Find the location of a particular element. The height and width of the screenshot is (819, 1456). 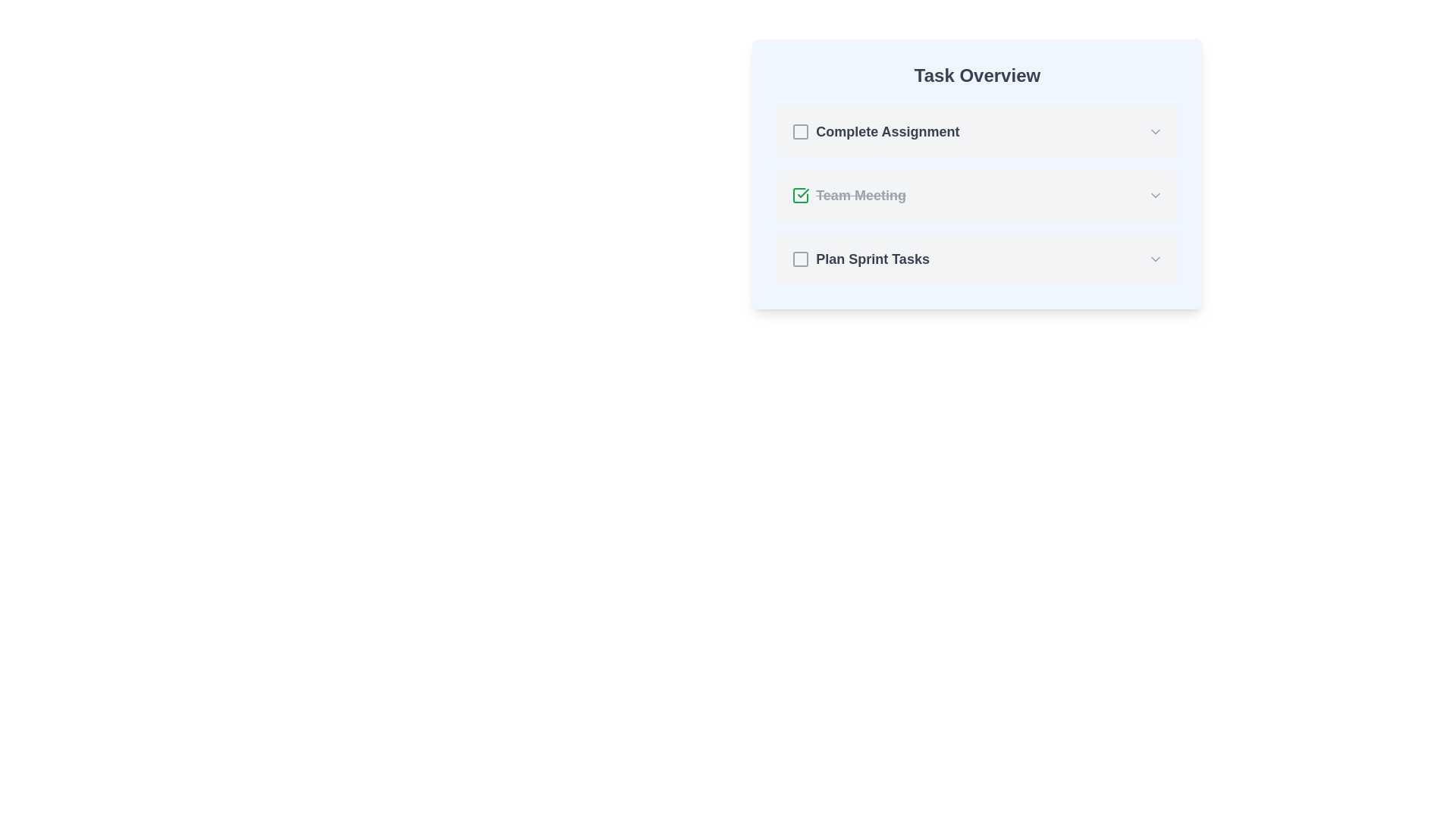

the 'Plan Sprint Tasks' text label, which is the third task item listed in the 'Task Overview' section is located at coordinates (873, 259).